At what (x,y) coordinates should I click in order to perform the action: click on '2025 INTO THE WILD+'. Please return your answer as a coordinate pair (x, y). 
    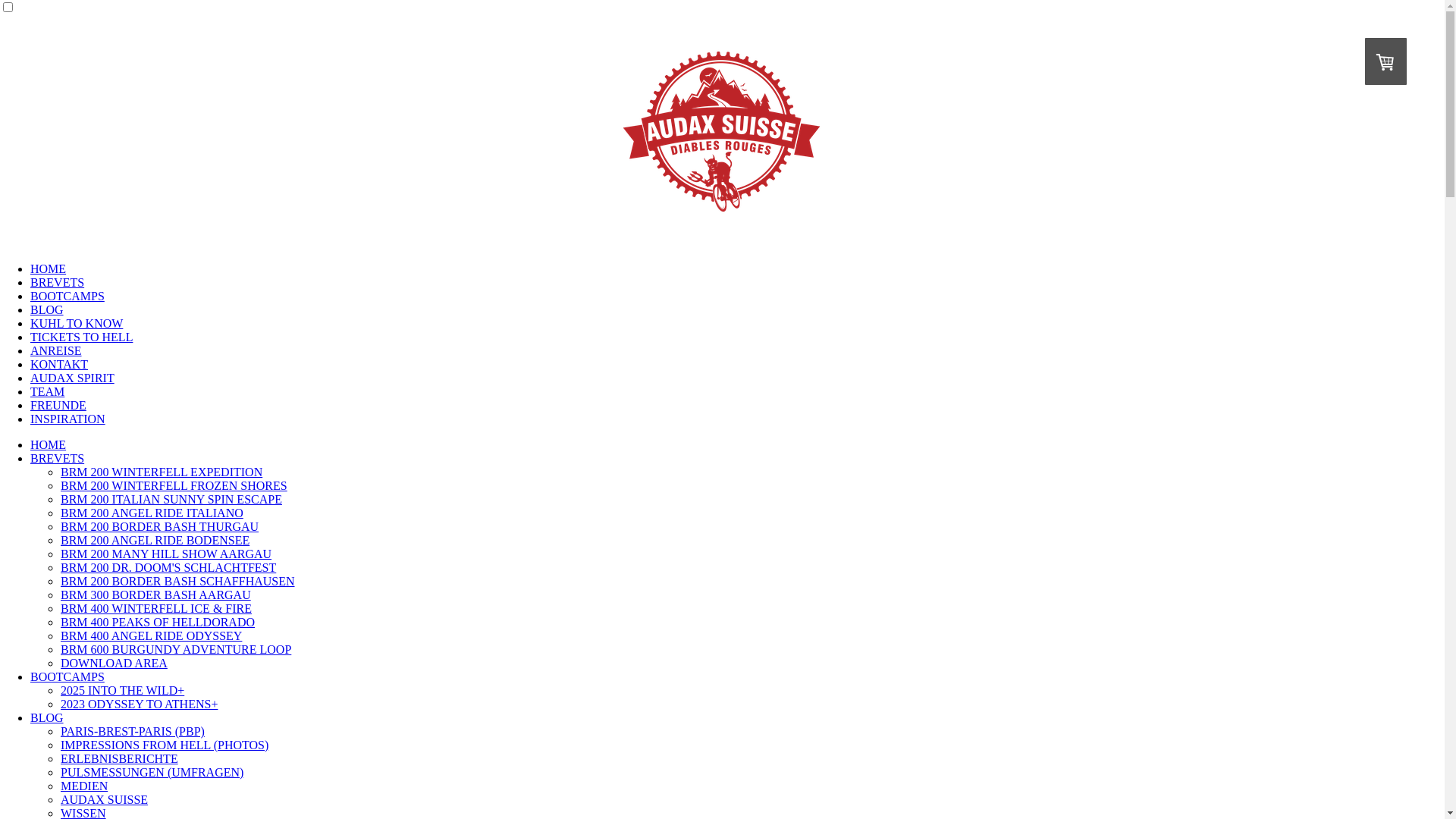
    Looking at the image, I should click on (122, 690).